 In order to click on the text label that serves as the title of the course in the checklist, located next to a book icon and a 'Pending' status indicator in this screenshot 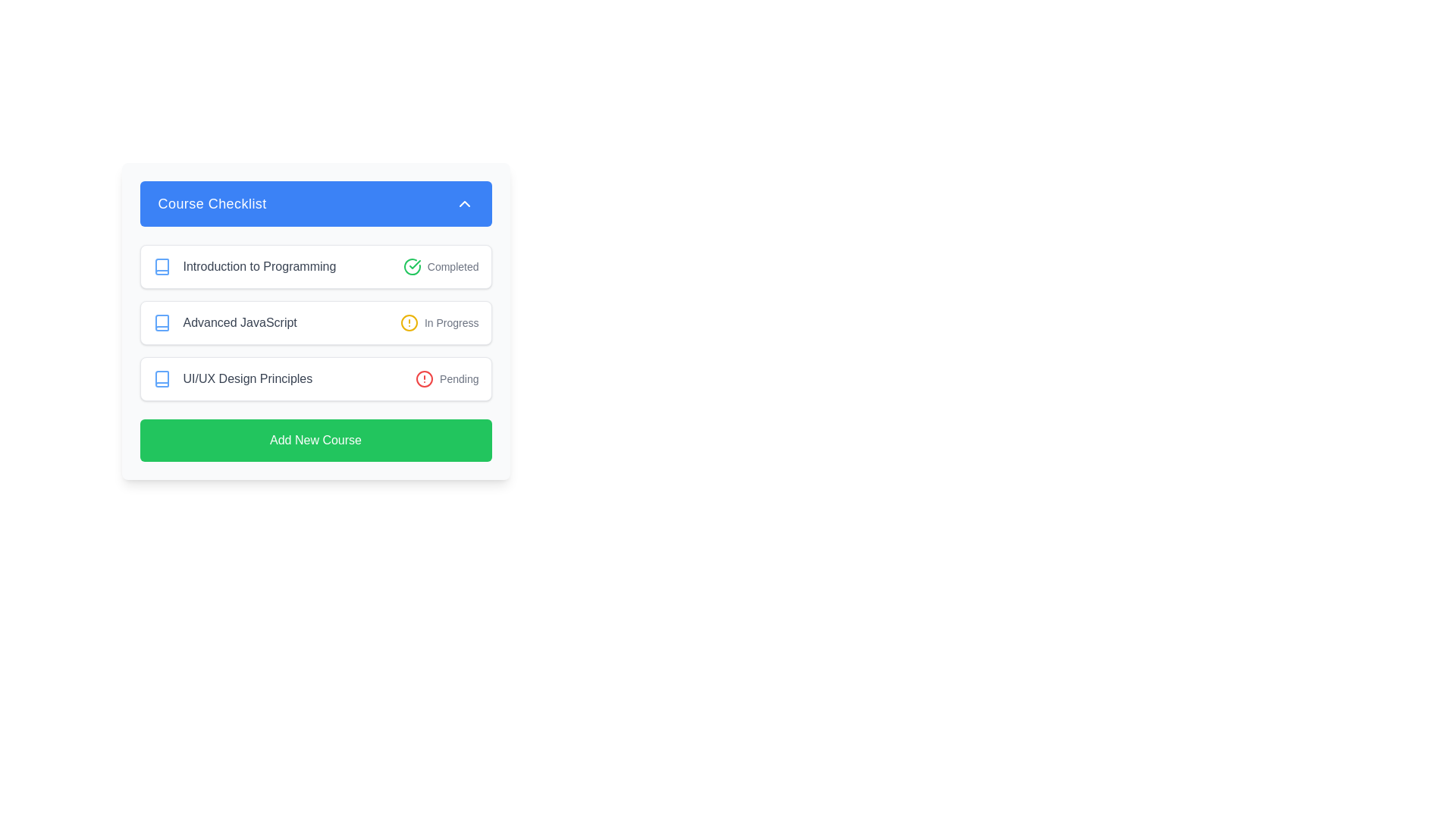, I will do `click(247, 378)`.